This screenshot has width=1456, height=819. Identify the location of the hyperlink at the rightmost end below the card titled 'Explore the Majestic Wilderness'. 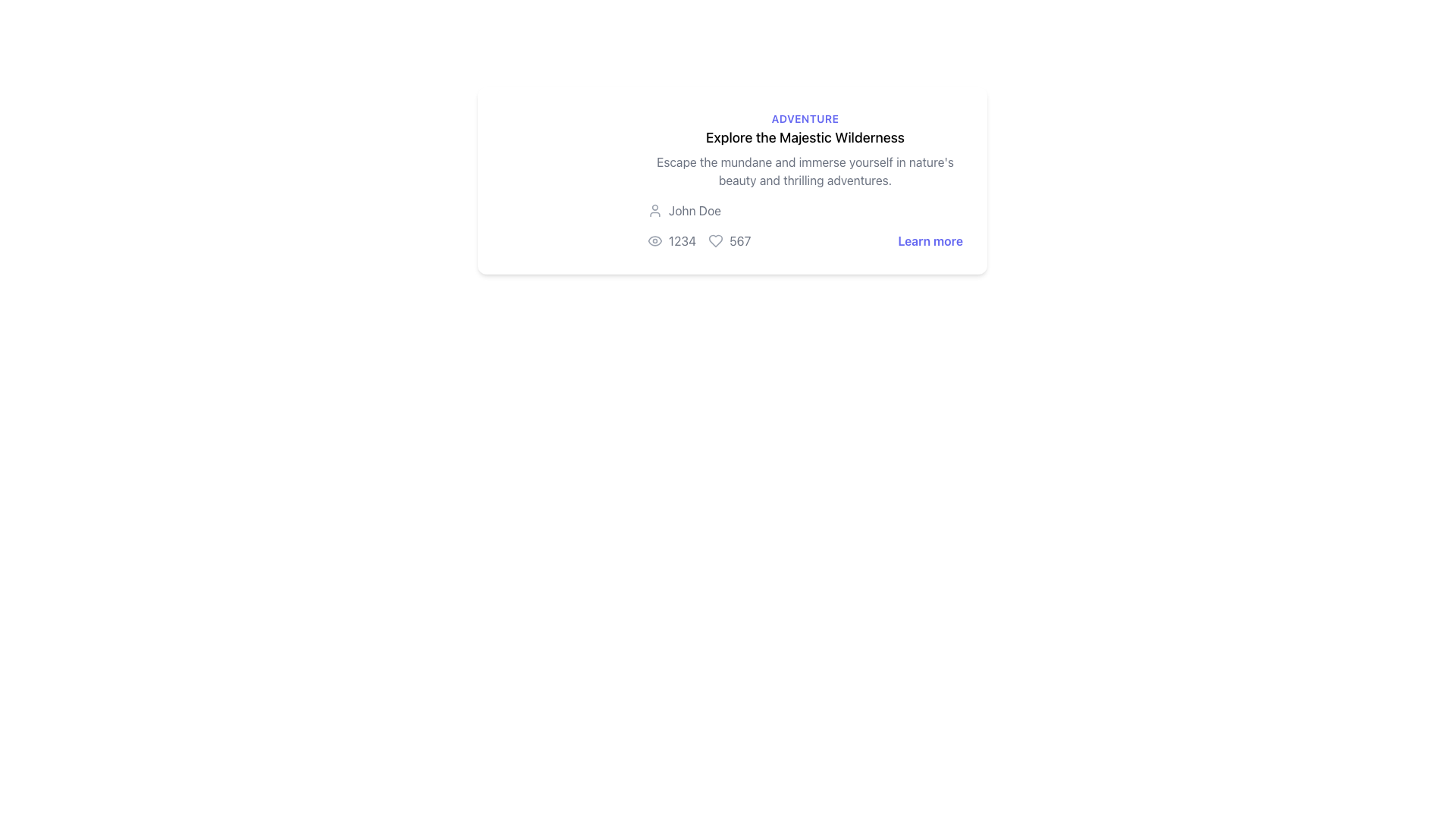
(930, 240).